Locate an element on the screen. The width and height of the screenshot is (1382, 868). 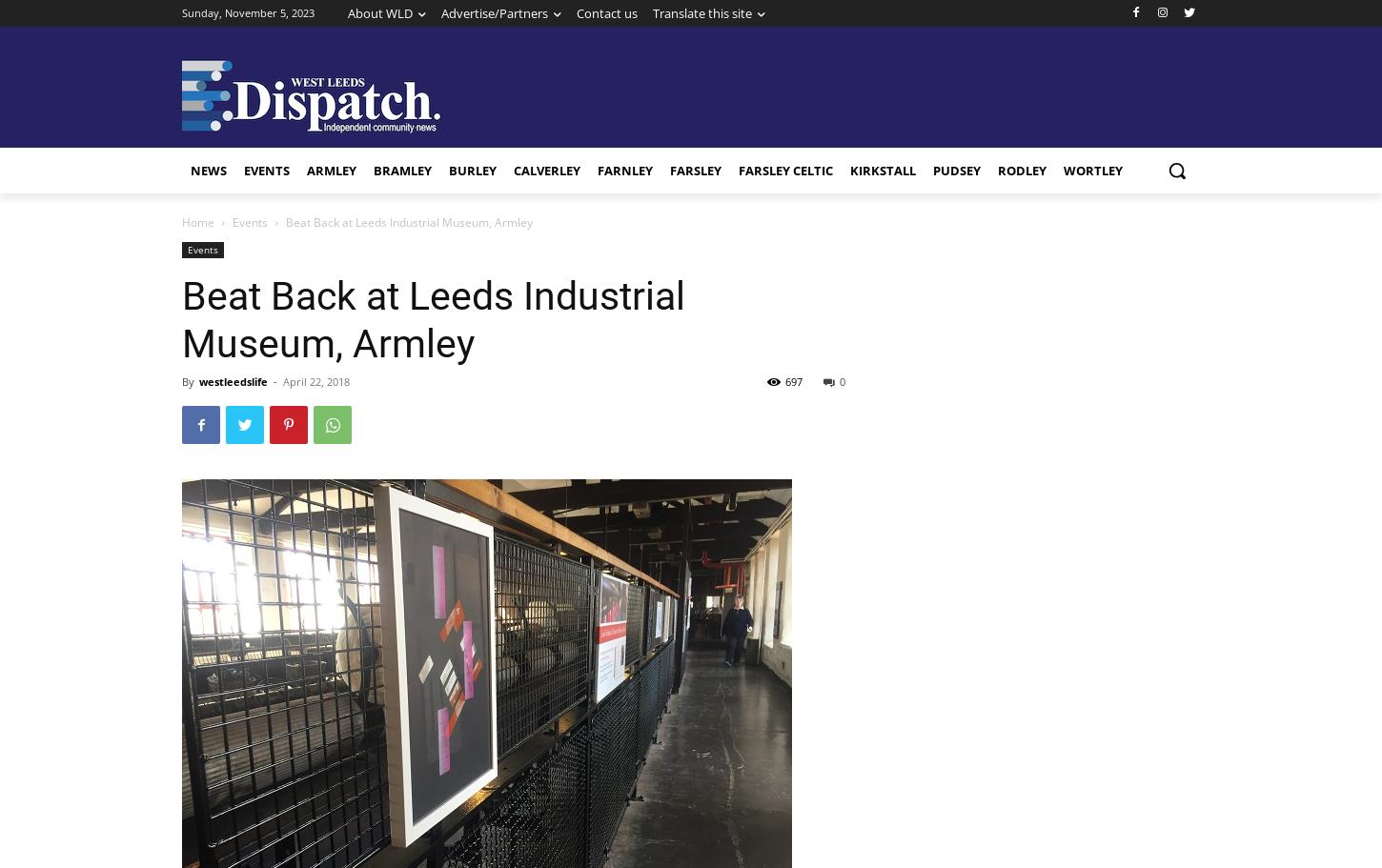
'Kurdish' is located at coordinates (700, 274).